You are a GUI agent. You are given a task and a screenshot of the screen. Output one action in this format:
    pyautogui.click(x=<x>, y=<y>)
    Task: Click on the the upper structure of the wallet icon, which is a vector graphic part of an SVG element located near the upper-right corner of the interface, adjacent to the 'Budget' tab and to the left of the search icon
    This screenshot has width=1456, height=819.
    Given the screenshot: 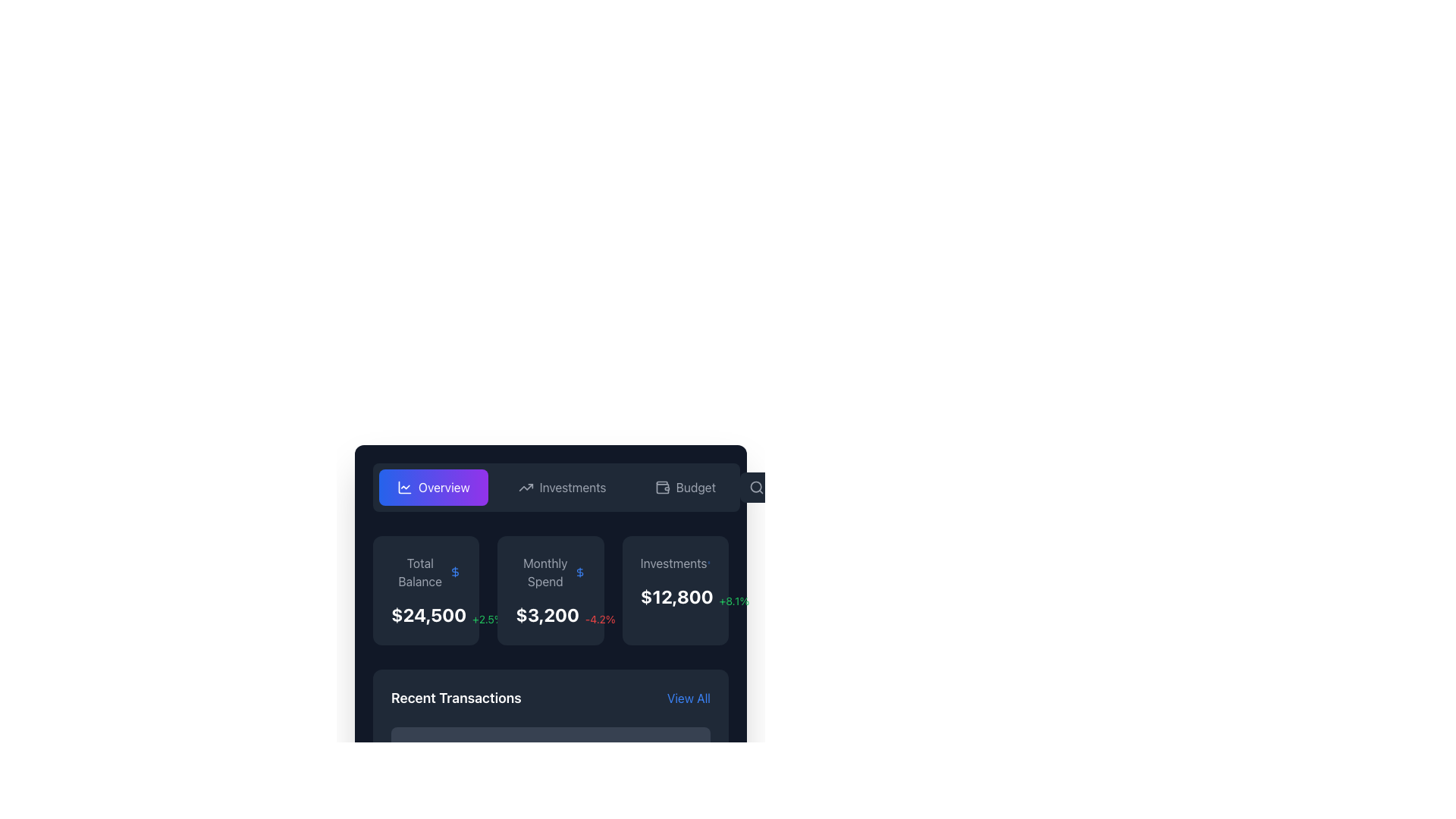 What is the action you would take?
    pyautogui.click(x=662, y=485)
    